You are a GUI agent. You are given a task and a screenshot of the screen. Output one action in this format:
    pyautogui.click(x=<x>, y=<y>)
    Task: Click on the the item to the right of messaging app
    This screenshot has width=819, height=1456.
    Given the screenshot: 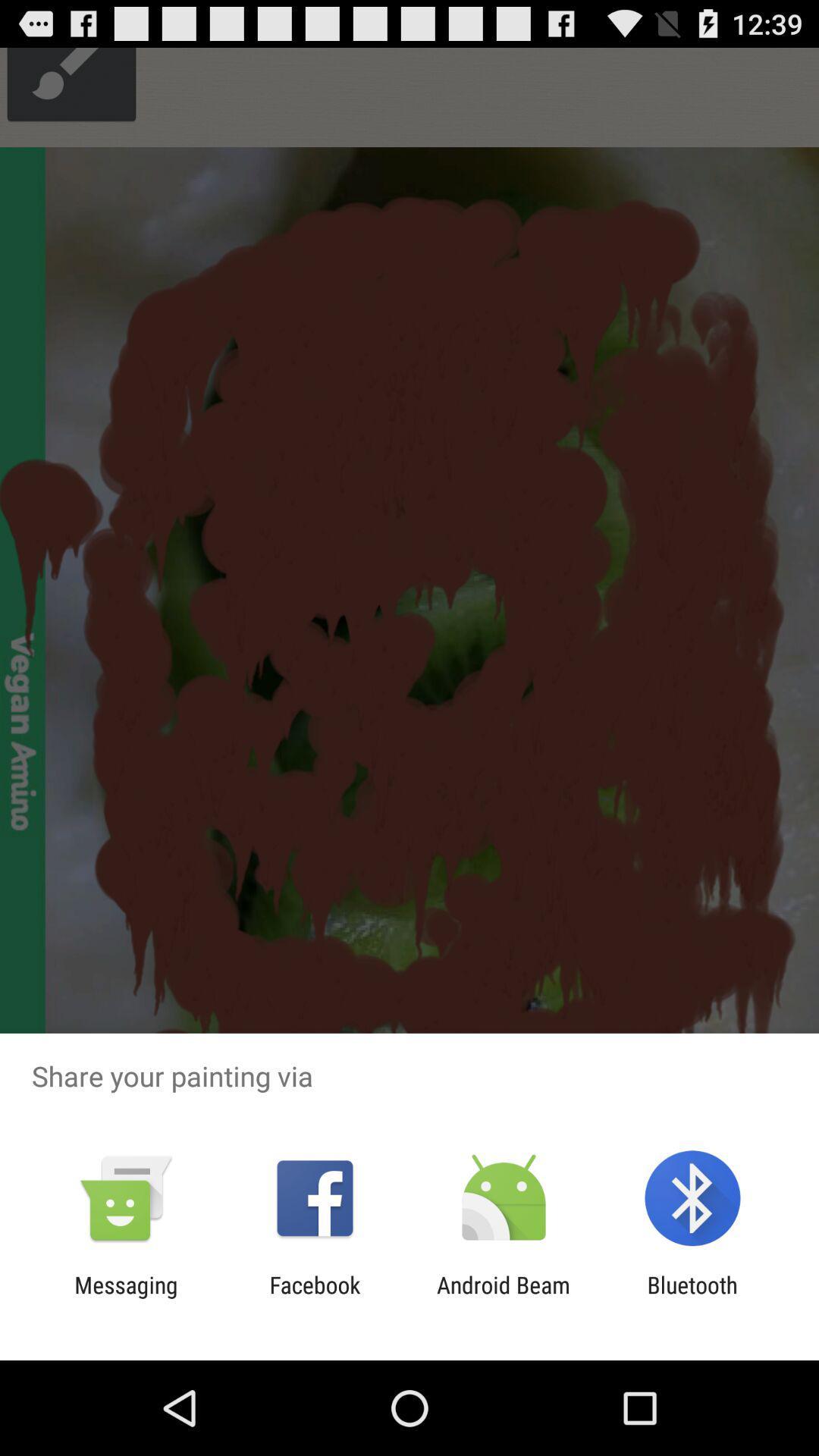 What is the action you would take?
    pyautogui.click(x=314, y=1298)
    